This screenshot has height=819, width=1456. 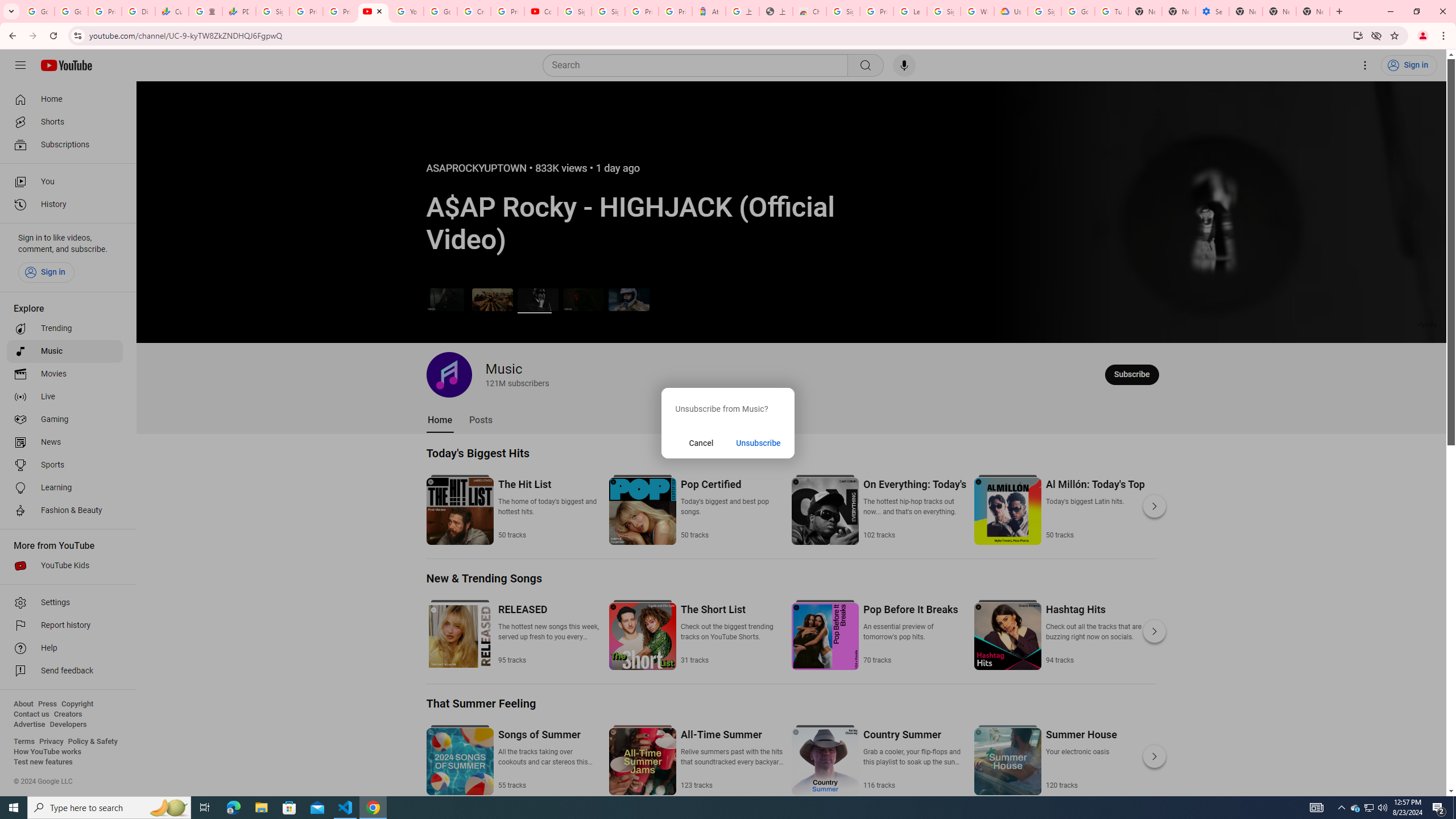 What do you see at coordinates (42, 761) in the screenshot?
I see `'Test new features'` at bounding box center [42, 761].